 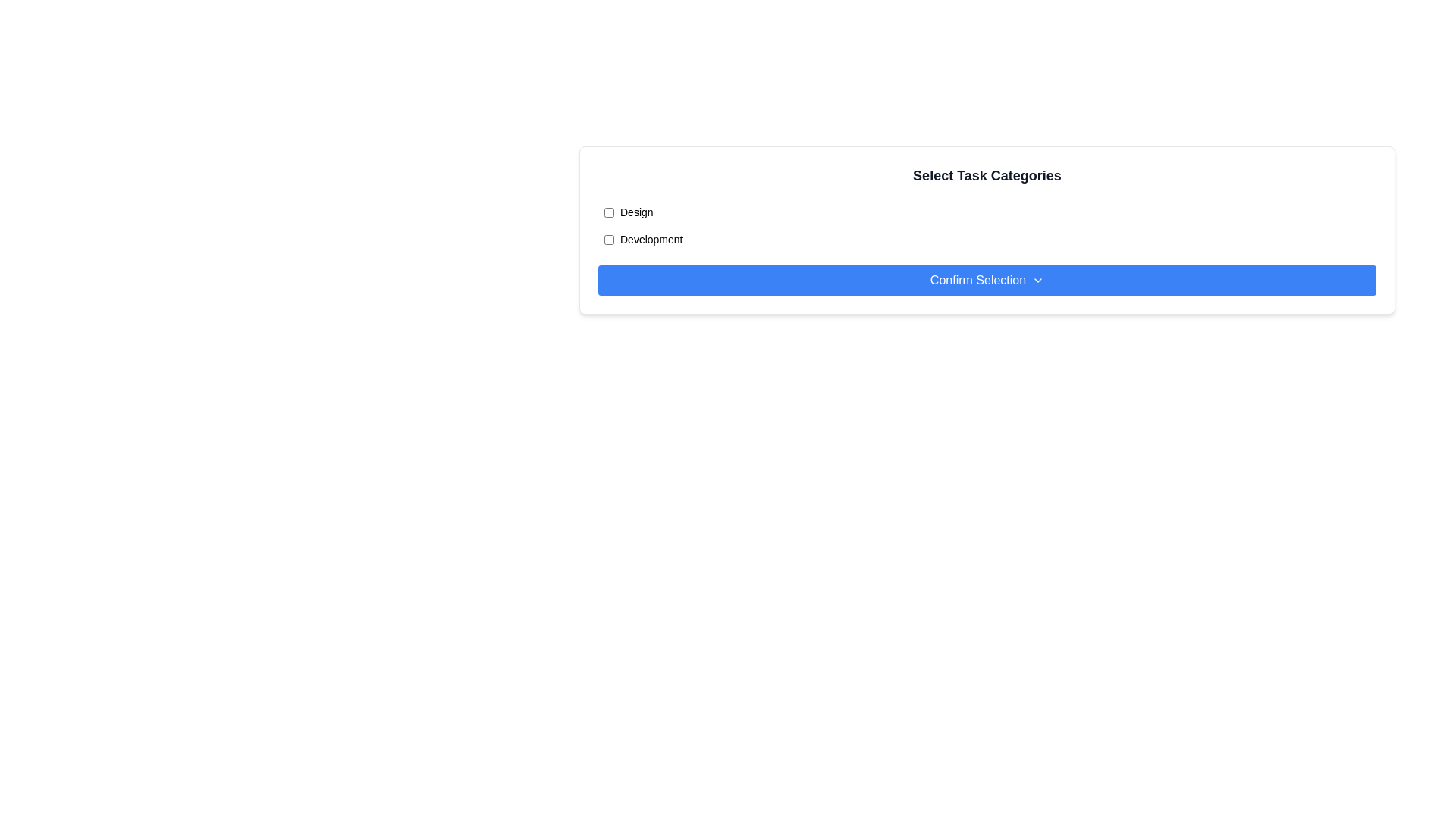 What do you see at coordinates (609, 239) in the screenshot?
I see `the checkbox for the 'Development' option` at bounding box center [609, 239].